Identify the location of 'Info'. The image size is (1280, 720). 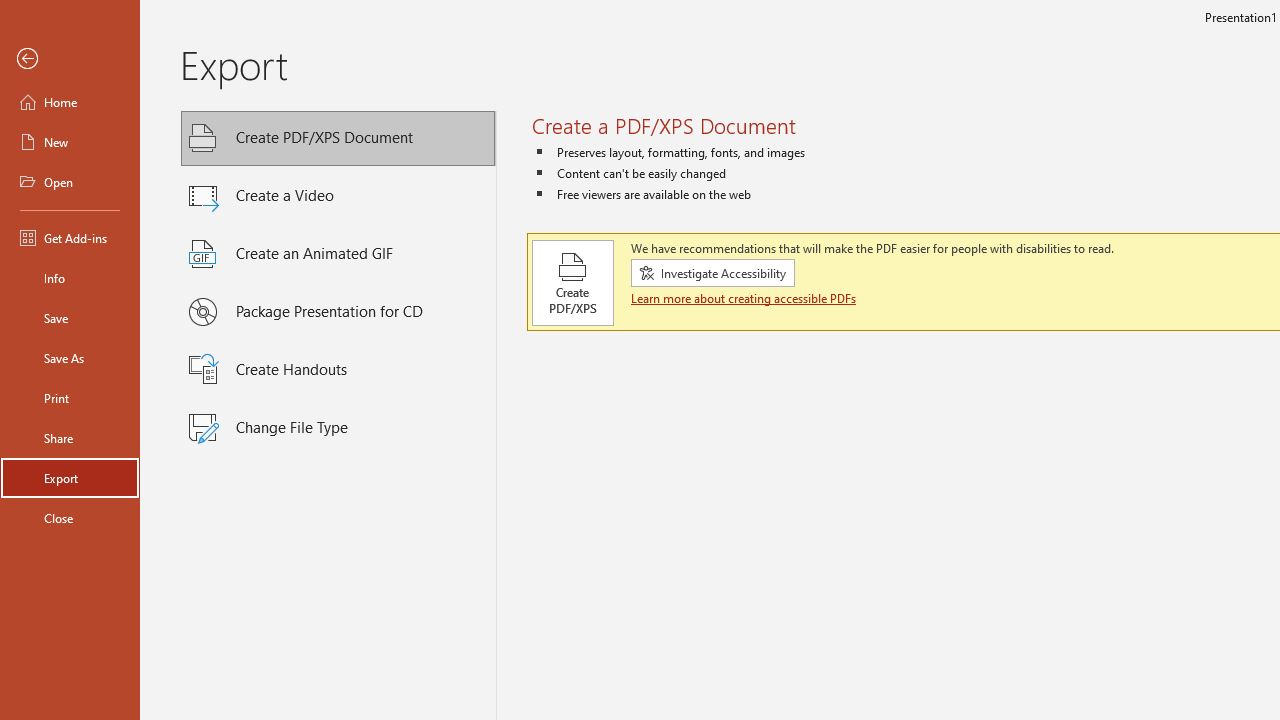
(69, 277).